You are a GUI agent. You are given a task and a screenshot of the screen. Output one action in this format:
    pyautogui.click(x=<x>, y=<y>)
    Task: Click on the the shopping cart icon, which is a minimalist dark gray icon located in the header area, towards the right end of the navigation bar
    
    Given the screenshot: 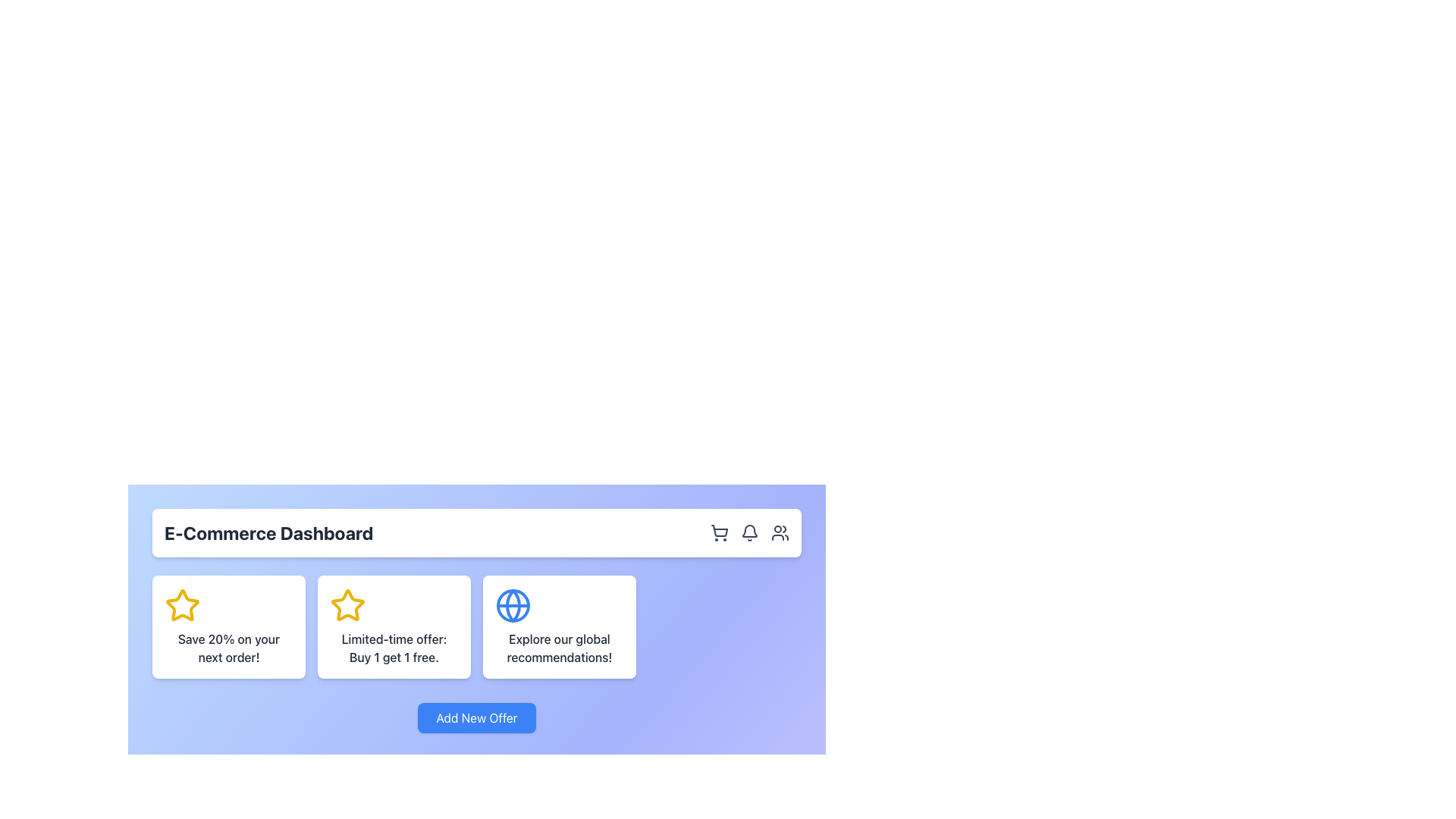 What is the action you would take?
    pyautogui.click(x=719, y=532)
    